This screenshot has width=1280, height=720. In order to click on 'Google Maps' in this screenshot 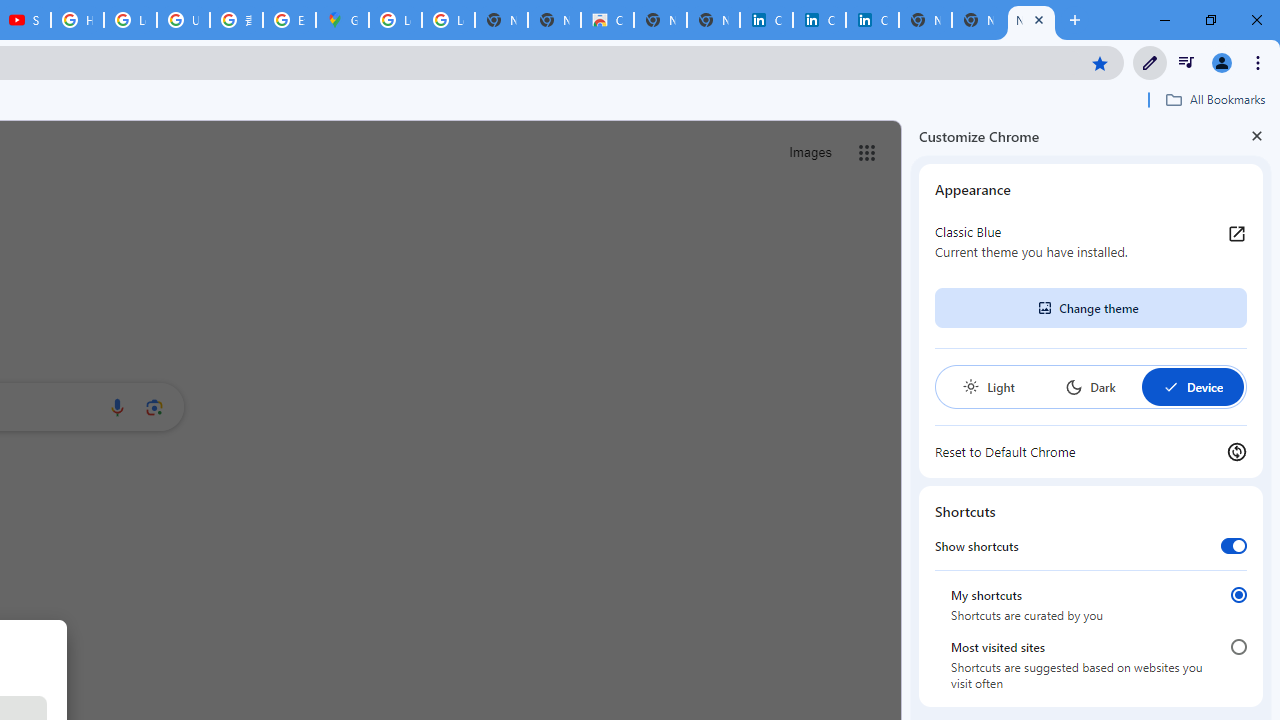, I will do `click(342, 20)`.